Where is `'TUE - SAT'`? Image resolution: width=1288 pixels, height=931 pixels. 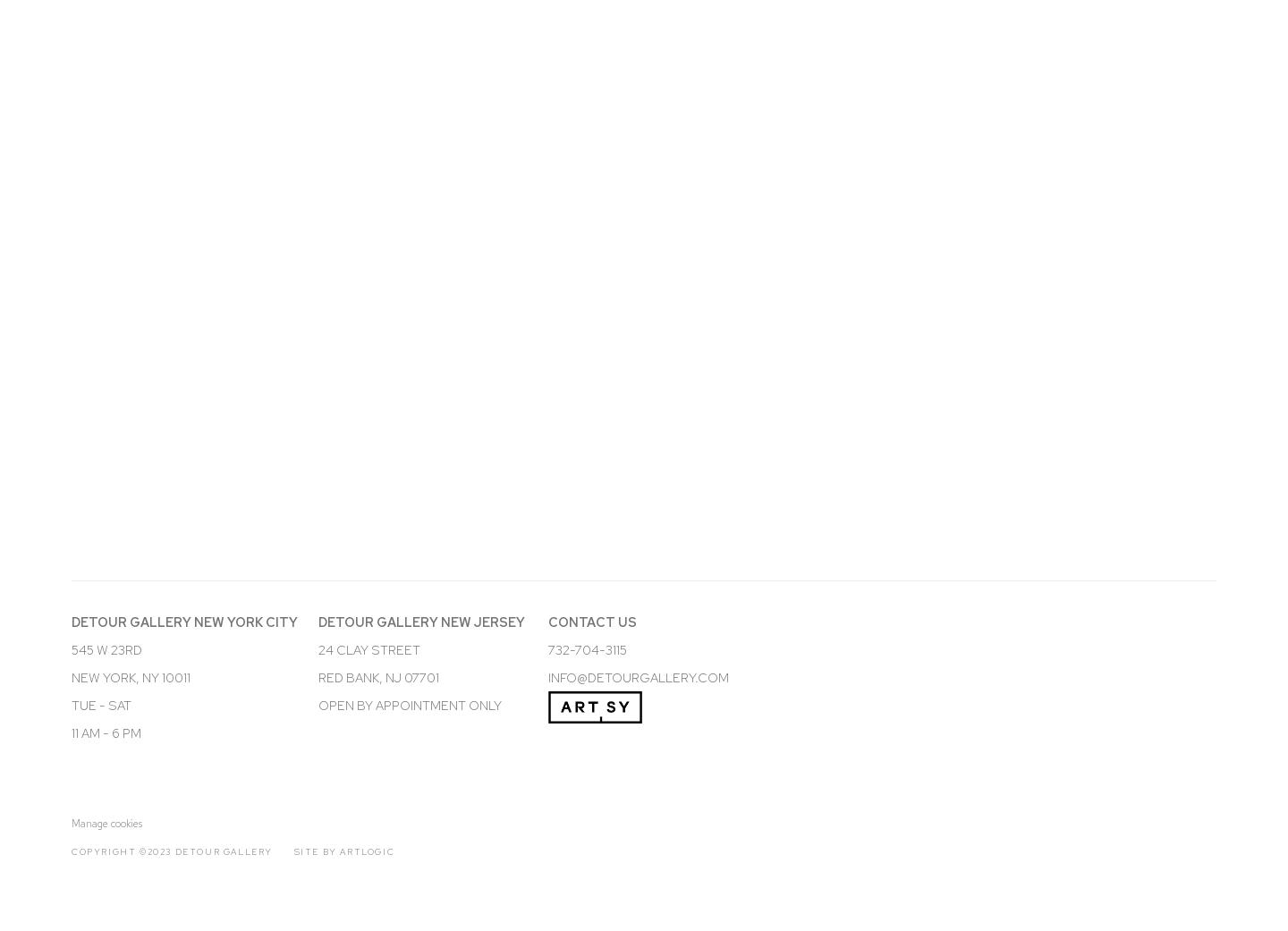
'TUE - SAT' is located at coordinates (101, 704).